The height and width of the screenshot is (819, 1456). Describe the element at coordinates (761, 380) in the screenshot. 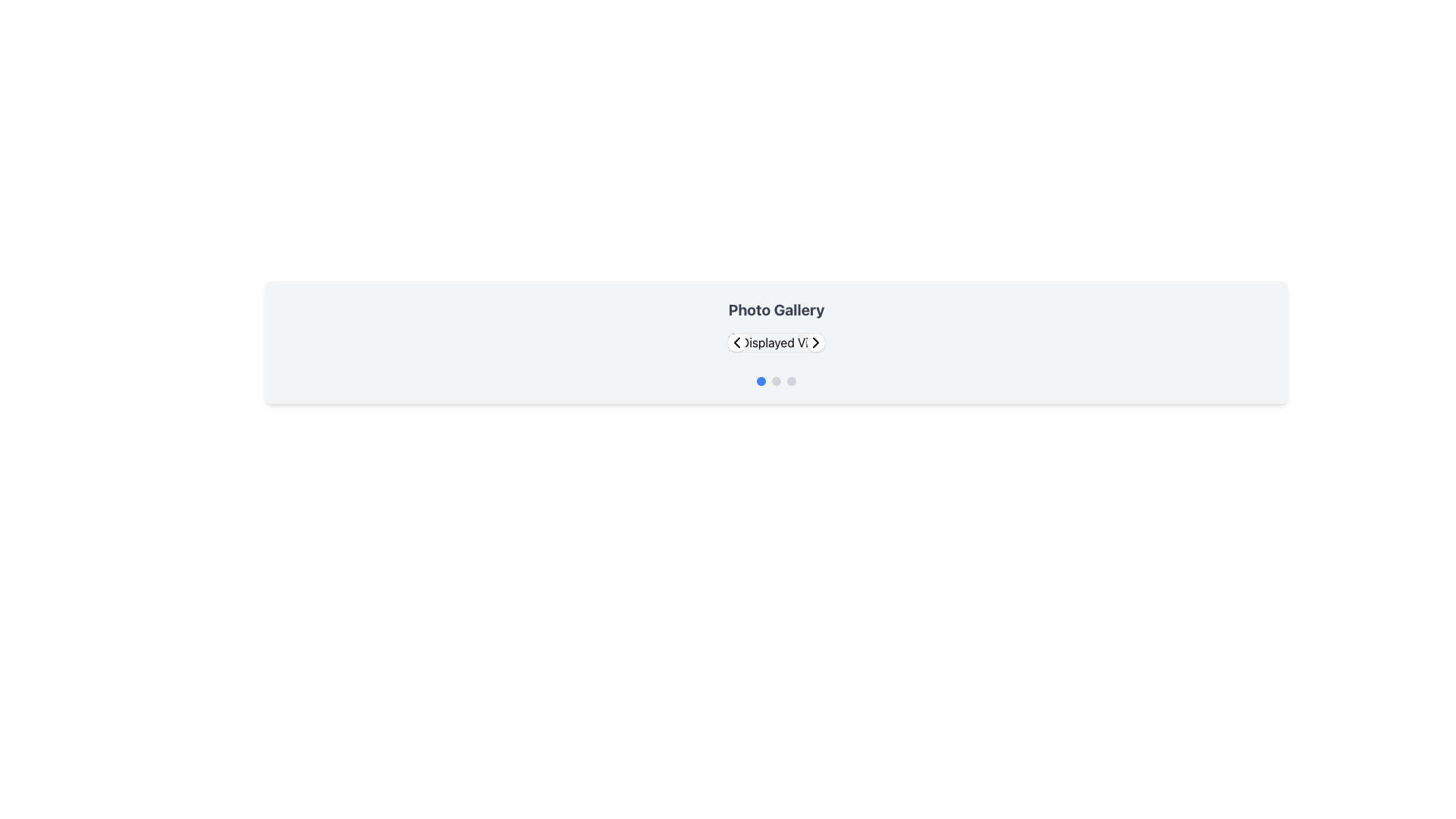

I see `the leftmost blue circular button in the row below the 'Photo Gallery' header` at that location.